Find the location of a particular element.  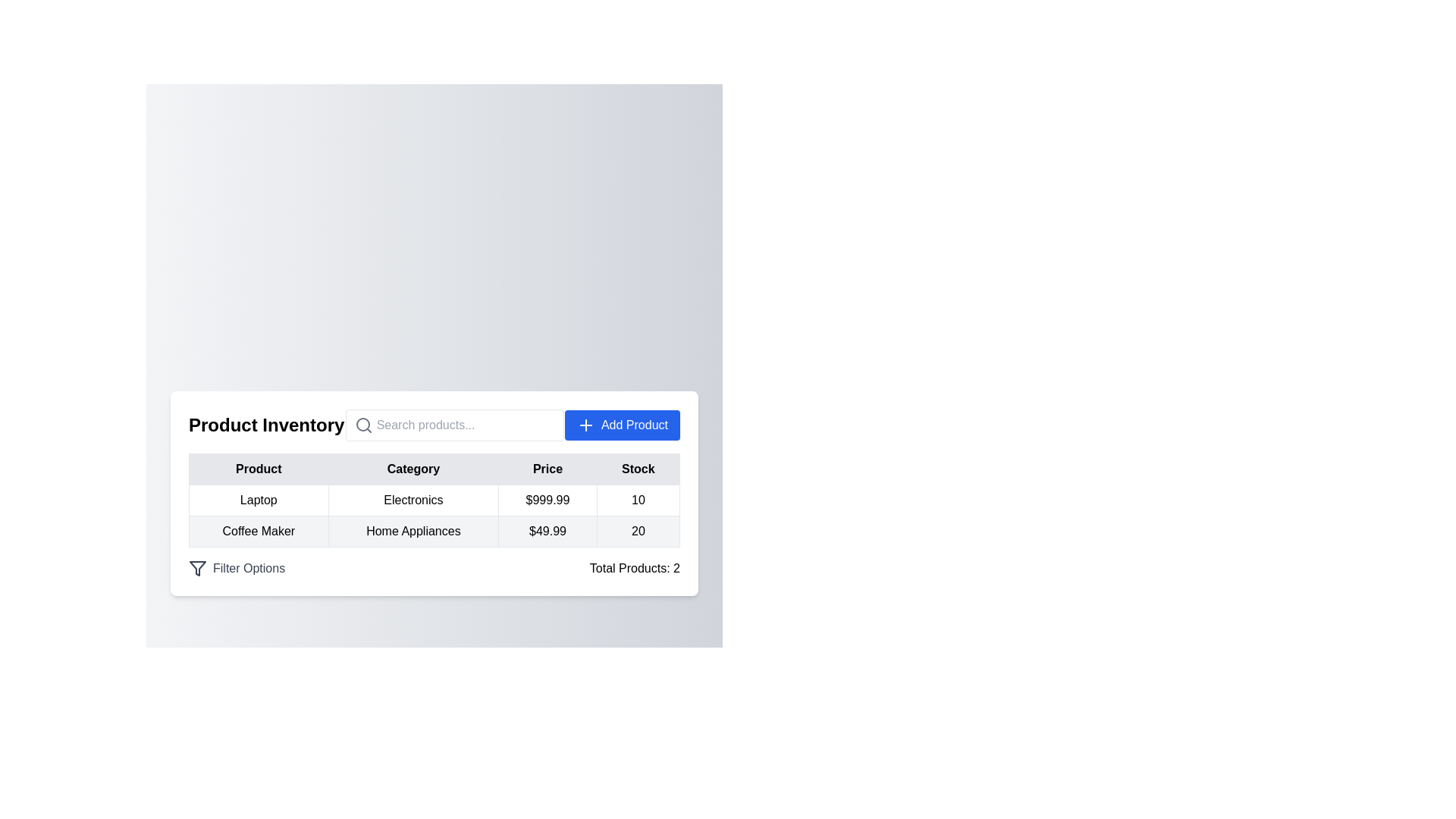

the 'Electronics' text label located in the 'Category' column of the table, which is styled with padding and a border is located at coordinates (413, 500).